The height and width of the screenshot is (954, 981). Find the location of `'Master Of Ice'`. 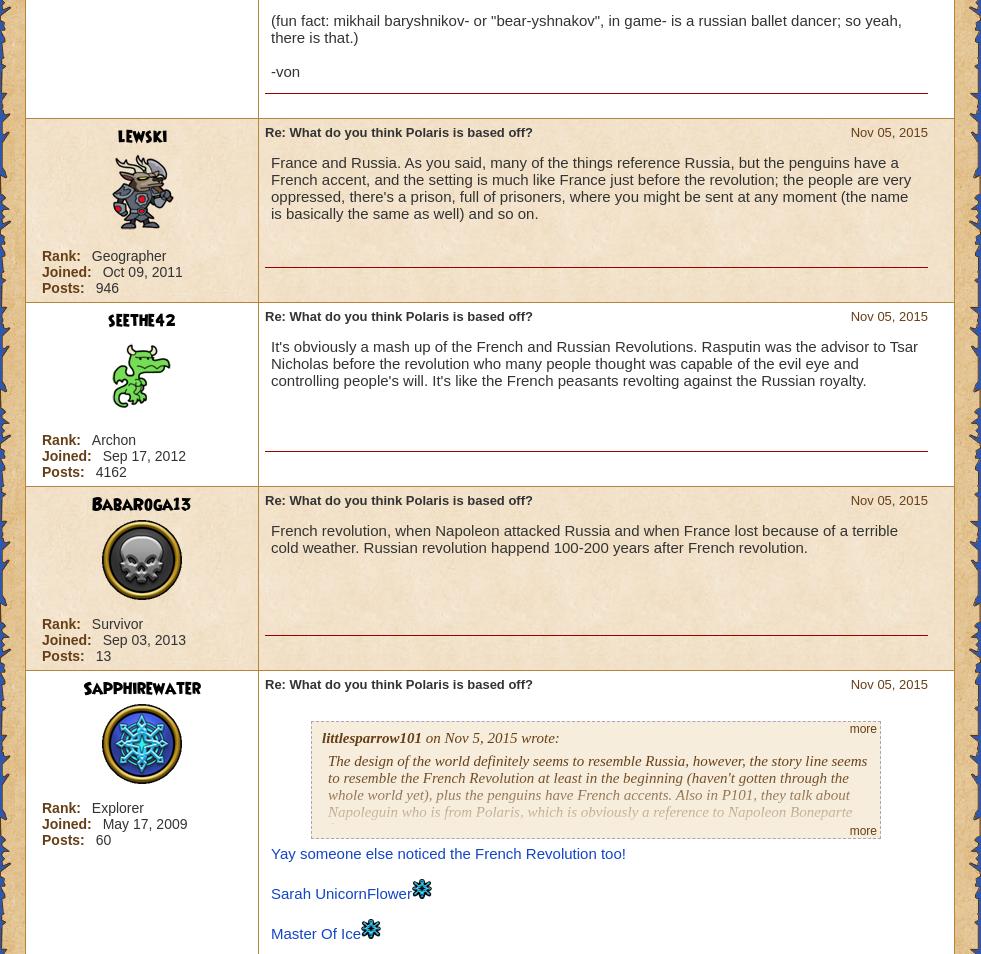

'Master Of Ice' is located at coordinates (314, 933).